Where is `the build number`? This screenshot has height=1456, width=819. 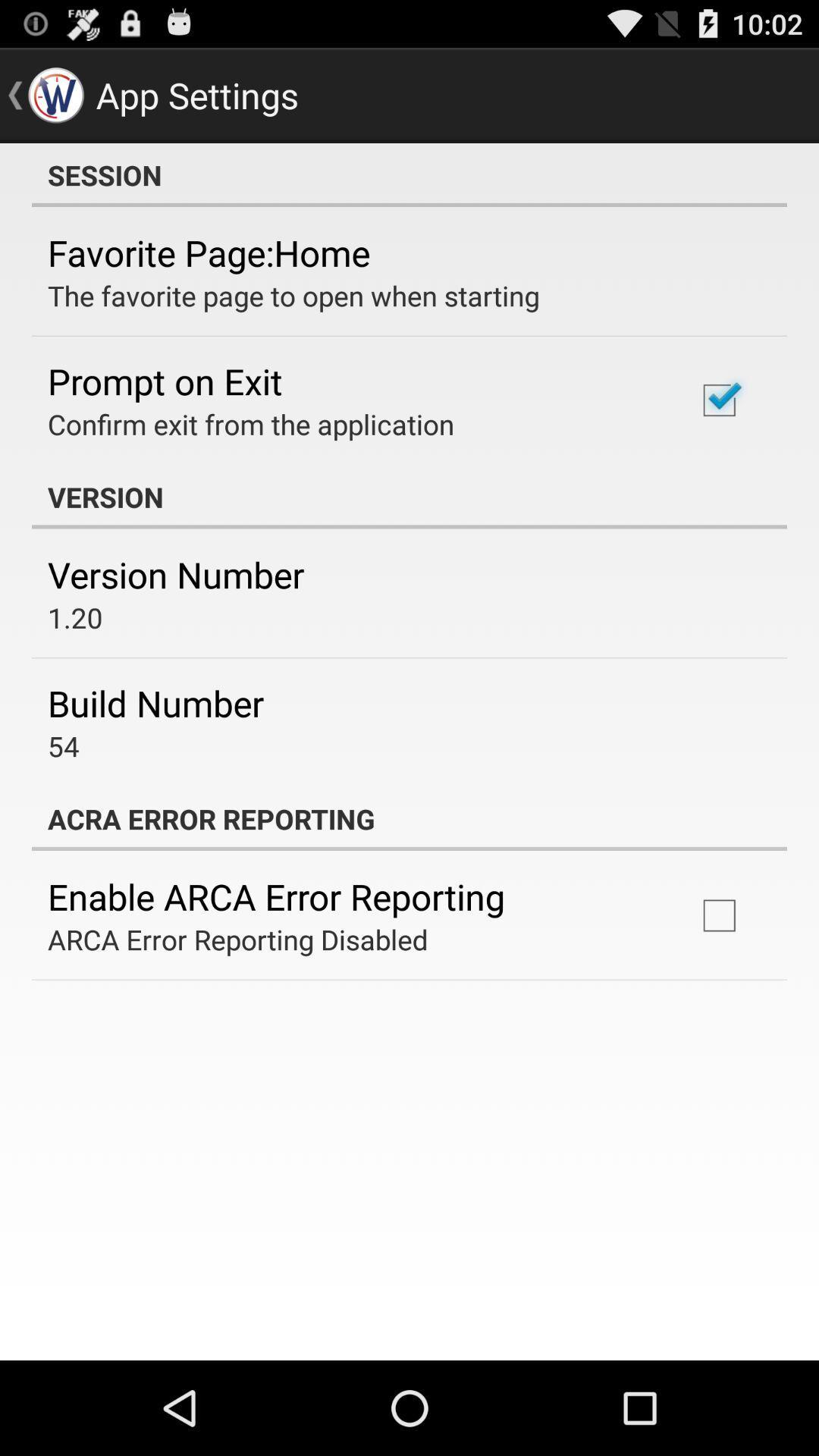
the build number is located at coordinates (155, 702).